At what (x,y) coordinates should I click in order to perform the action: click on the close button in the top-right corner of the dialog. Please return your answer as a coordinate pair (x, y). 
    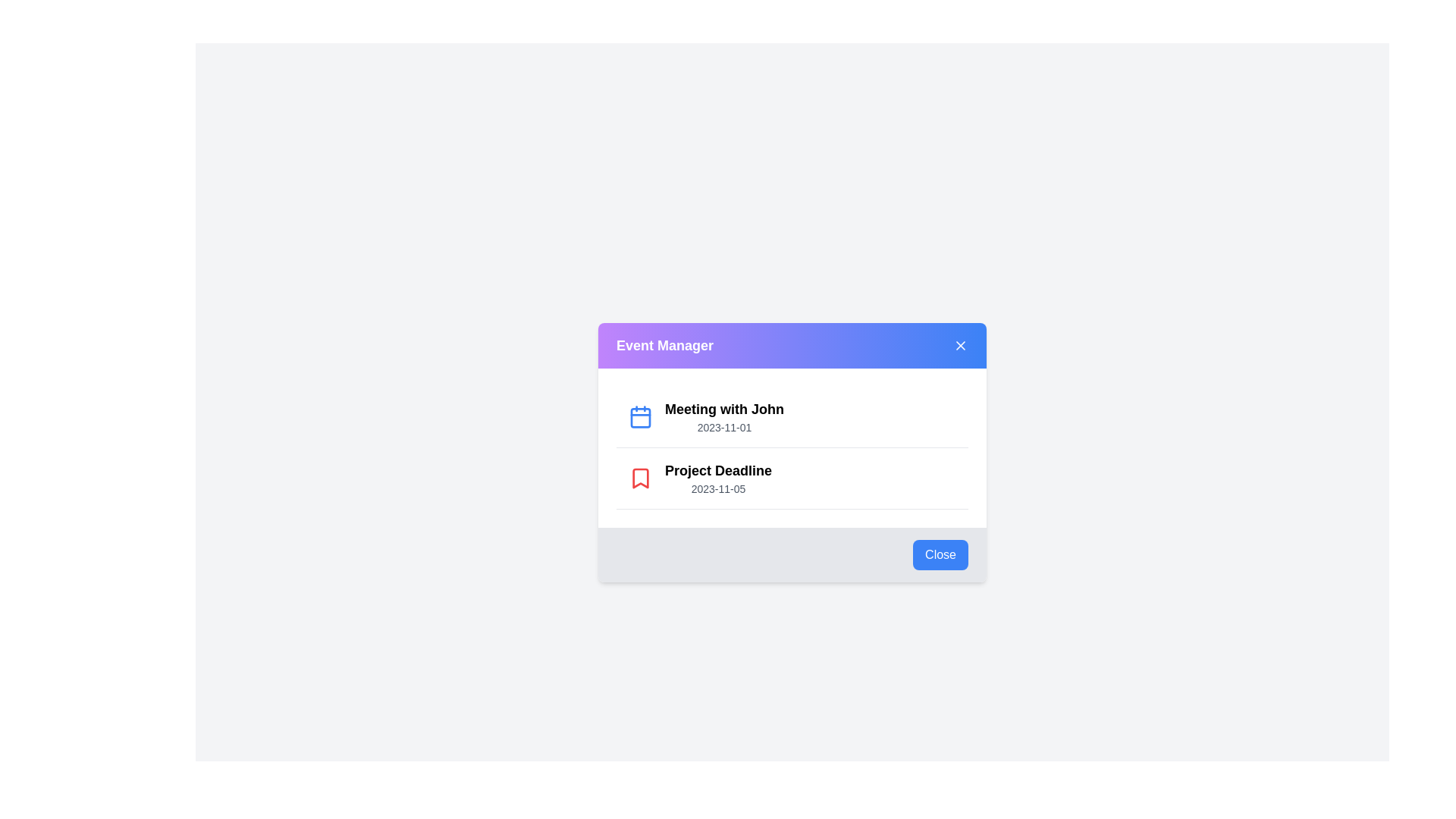
    Looking at the image, I should click on (960, 345).